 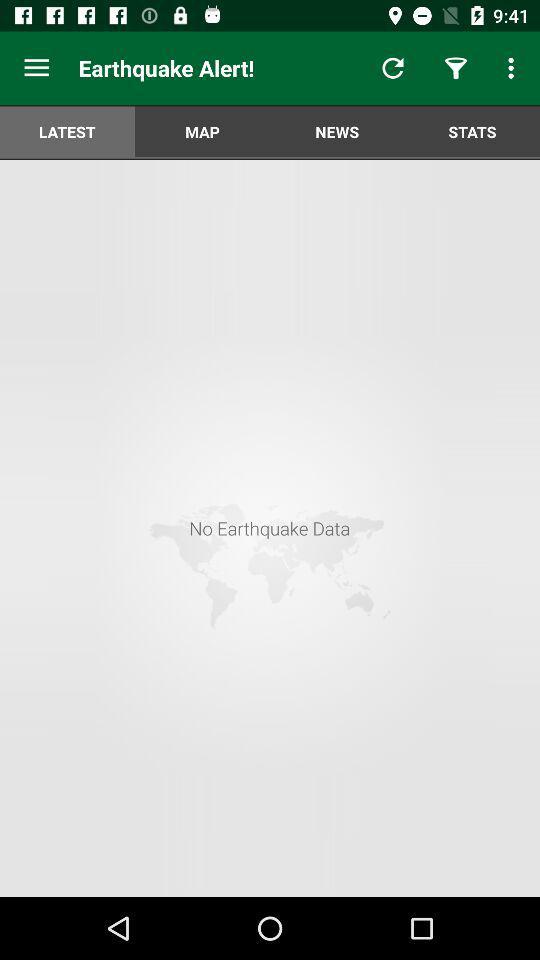 I want to click on the app to the right of earthquake alert! item, so click(x=393, y=68).